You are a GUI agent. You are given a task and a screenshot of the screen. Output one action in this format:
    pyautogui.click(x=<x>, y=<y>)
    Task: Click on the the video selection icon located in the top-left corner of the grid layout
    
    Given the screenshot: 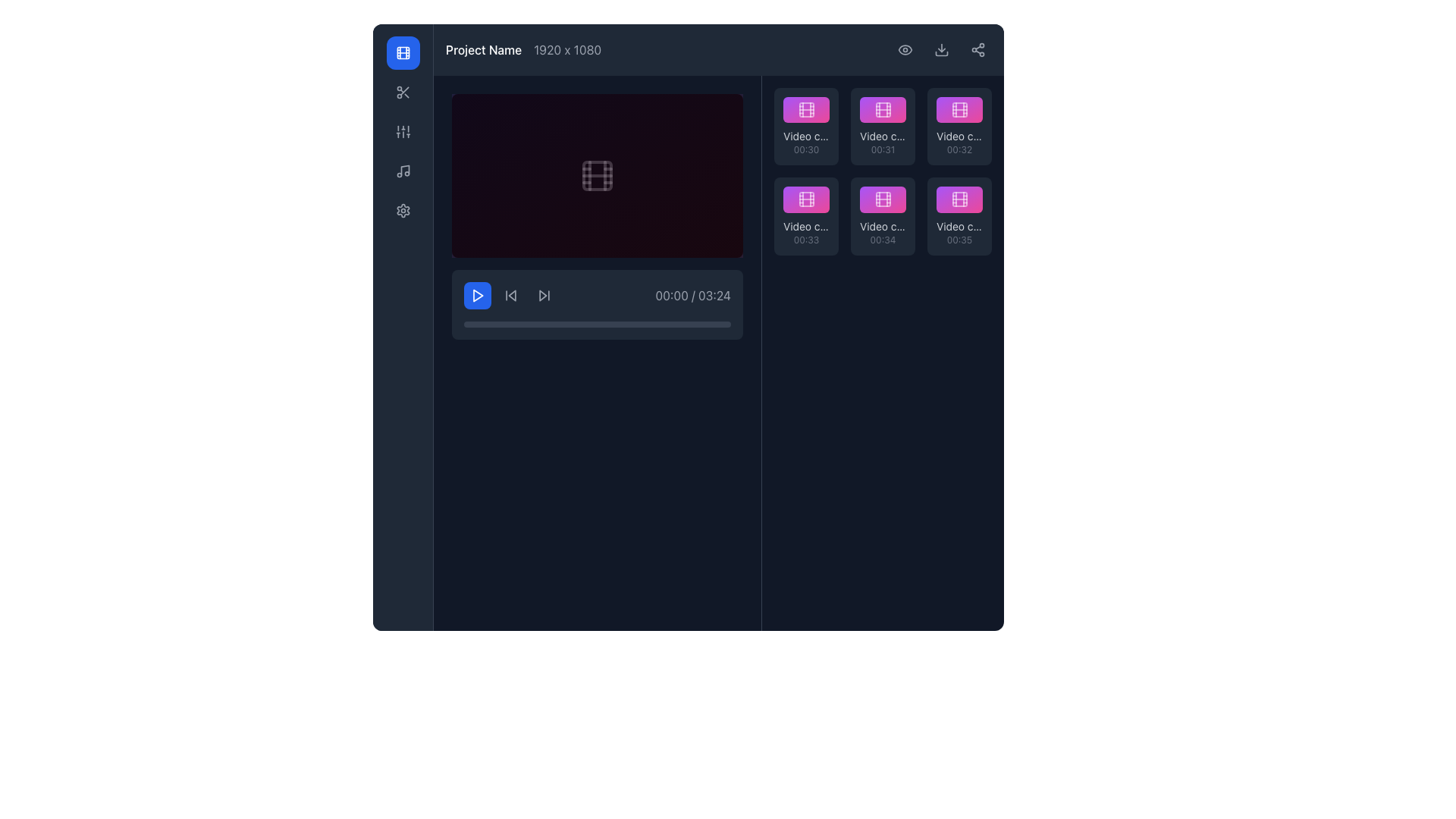 What is the action you would take?
    pyautogui.click(x=805, y=109)
    